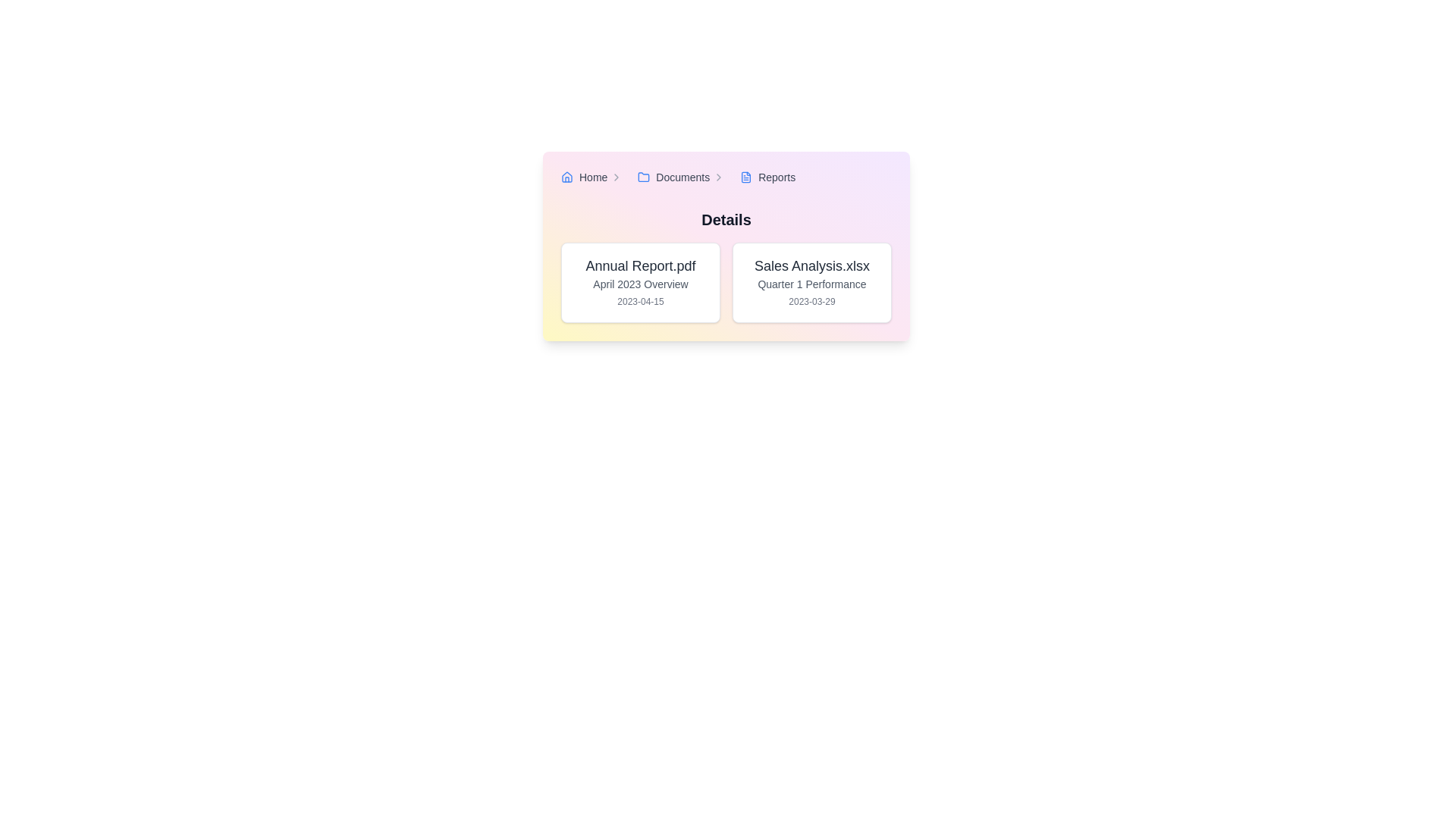 This screenshot has width=1456, height=819. I want to click on the interactive hyperlink in the breadcrumb navigation bar that follows the folder icon and precedes the 'Home' link, so click(682, 177).